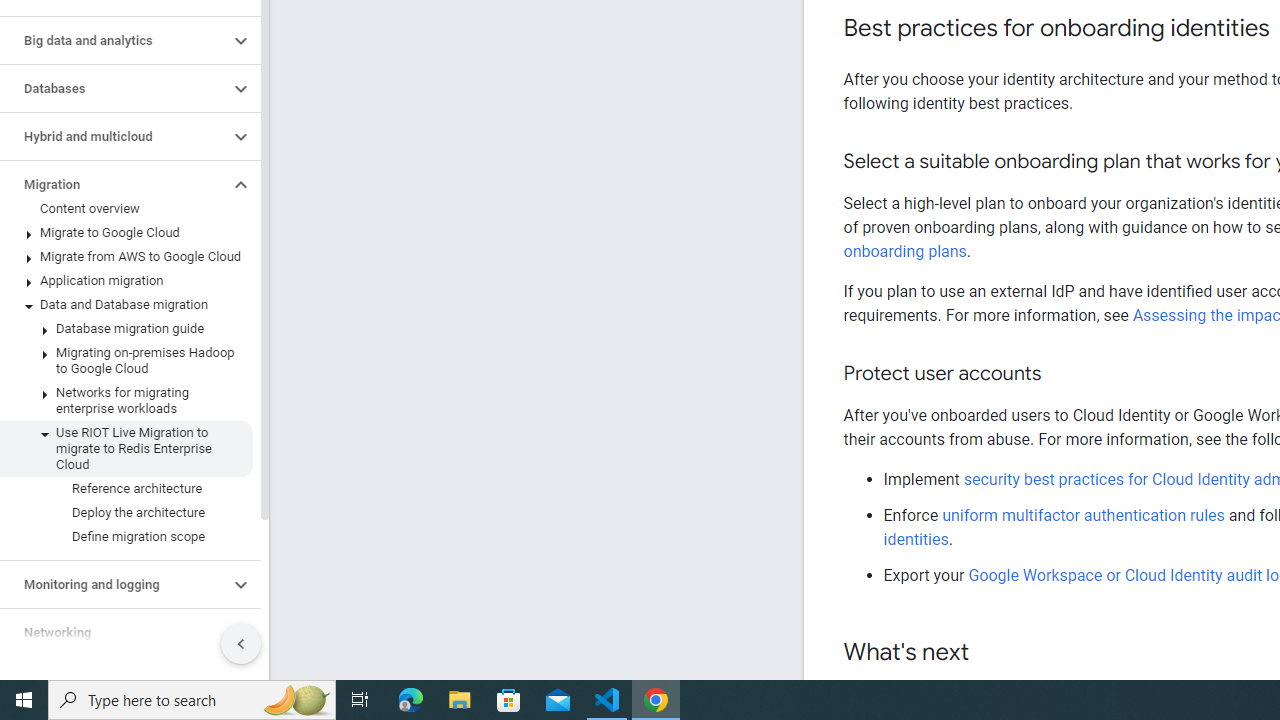 The width and height of the screenshot is (1280, 720). Describe the element at coordinates (125, 304) in the screenshot. I see `'Data and Database migration'` at that location.